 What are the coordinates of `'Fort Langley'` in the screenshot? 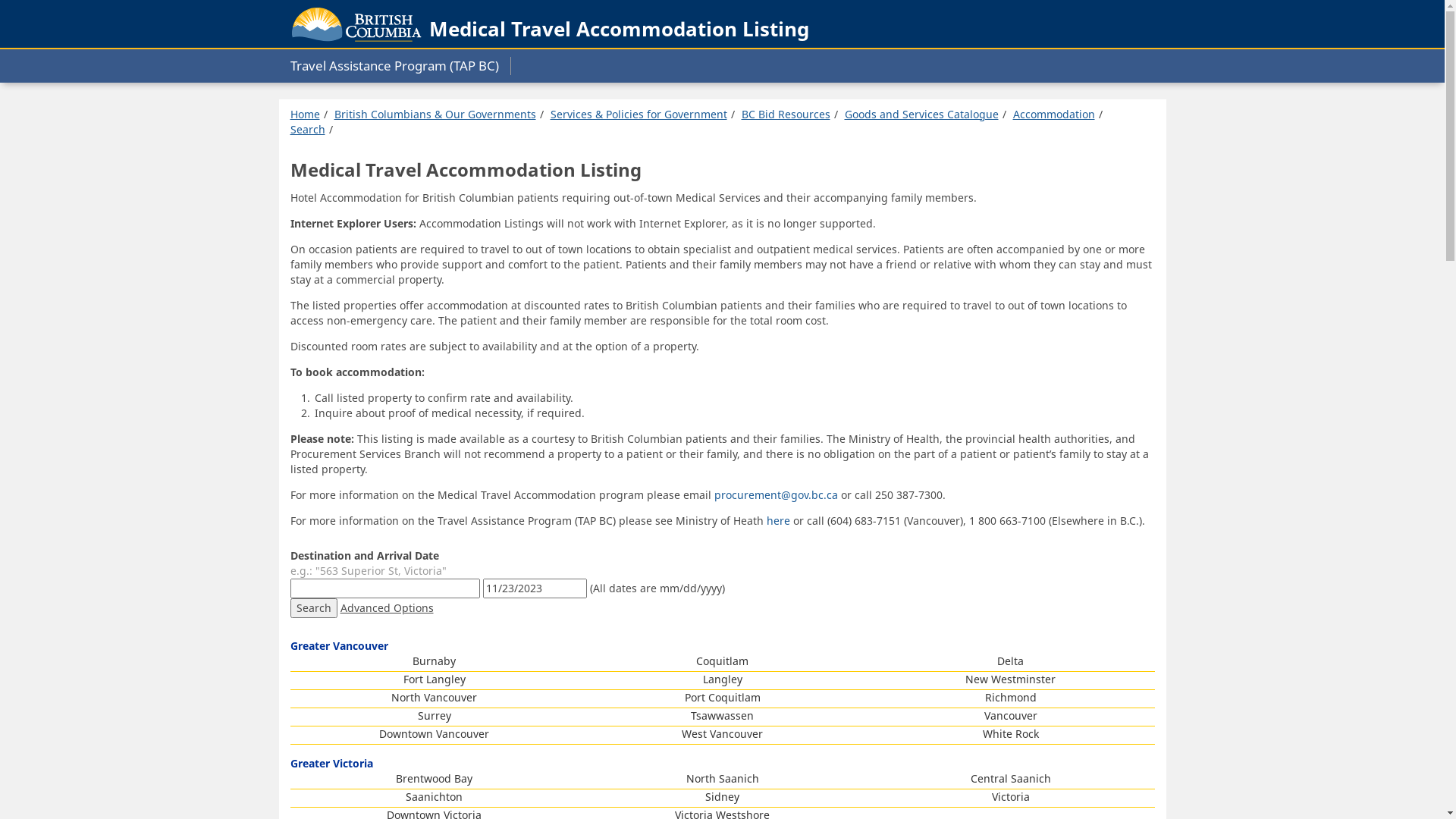 It's located at (403, 678).